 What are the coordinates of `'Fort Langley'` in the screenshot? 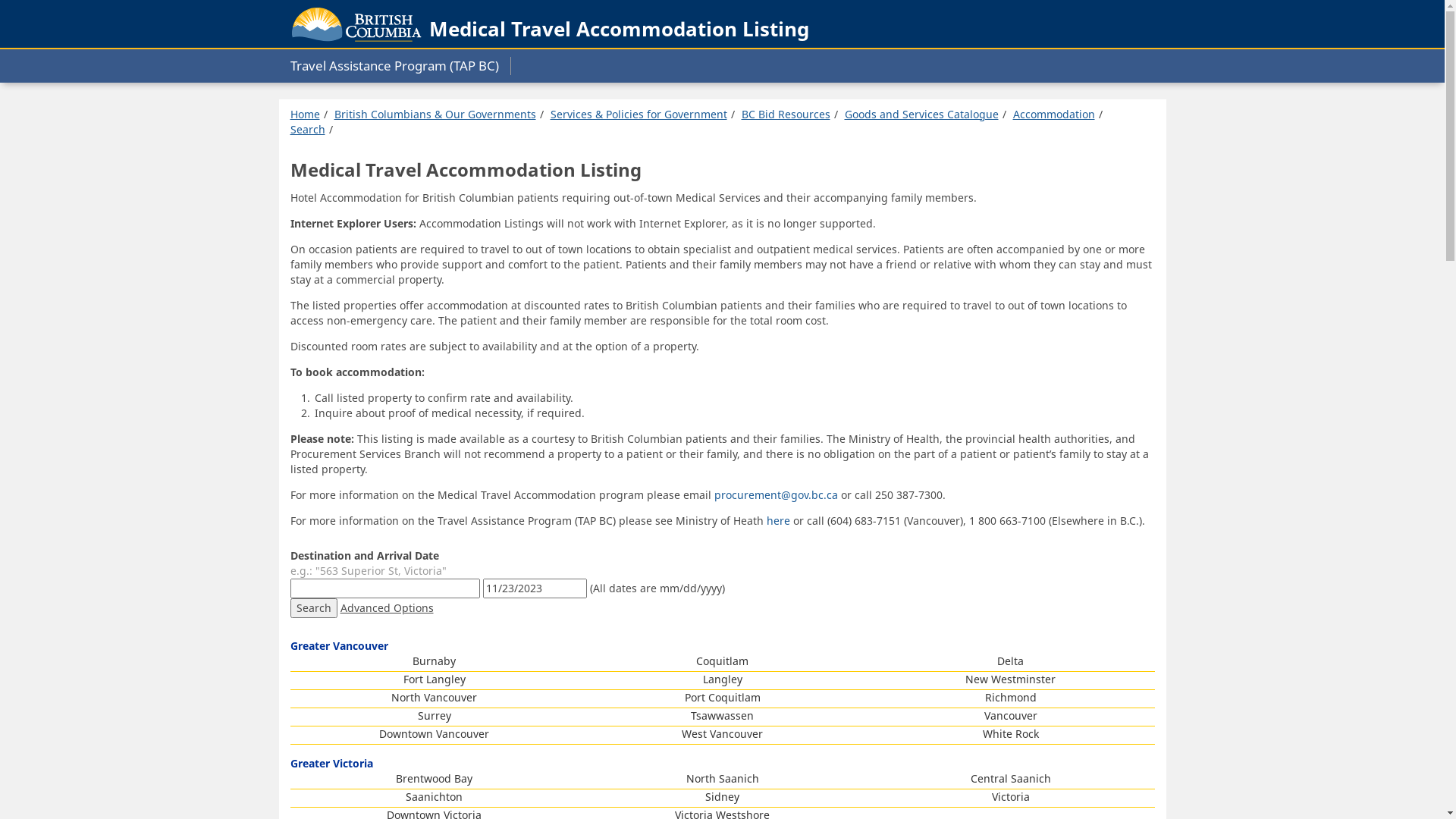 It's located at (403, 678).